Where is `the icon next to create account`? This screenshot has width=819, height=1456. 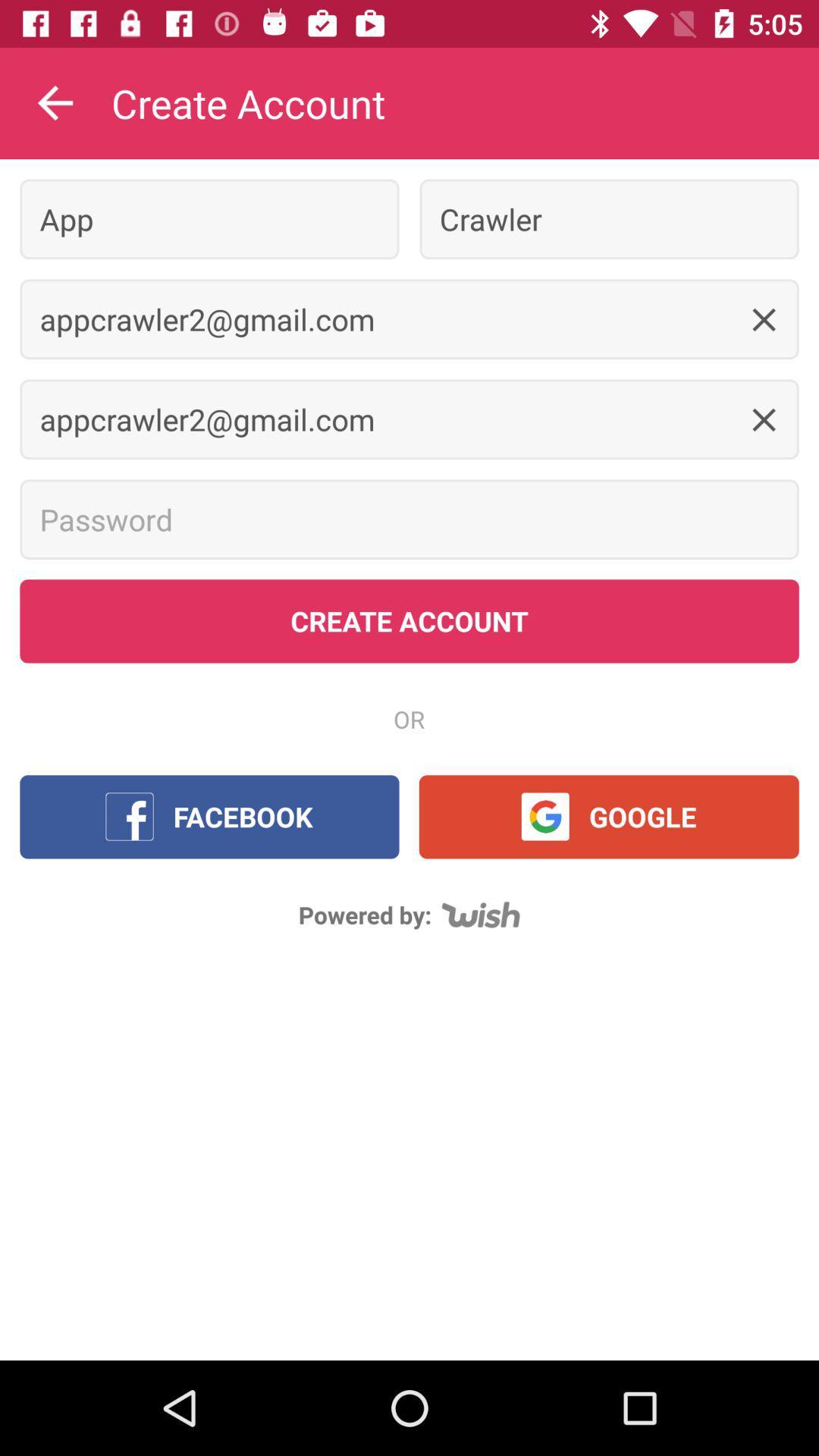
the icon next to create account is located at coordinates (55, 102).